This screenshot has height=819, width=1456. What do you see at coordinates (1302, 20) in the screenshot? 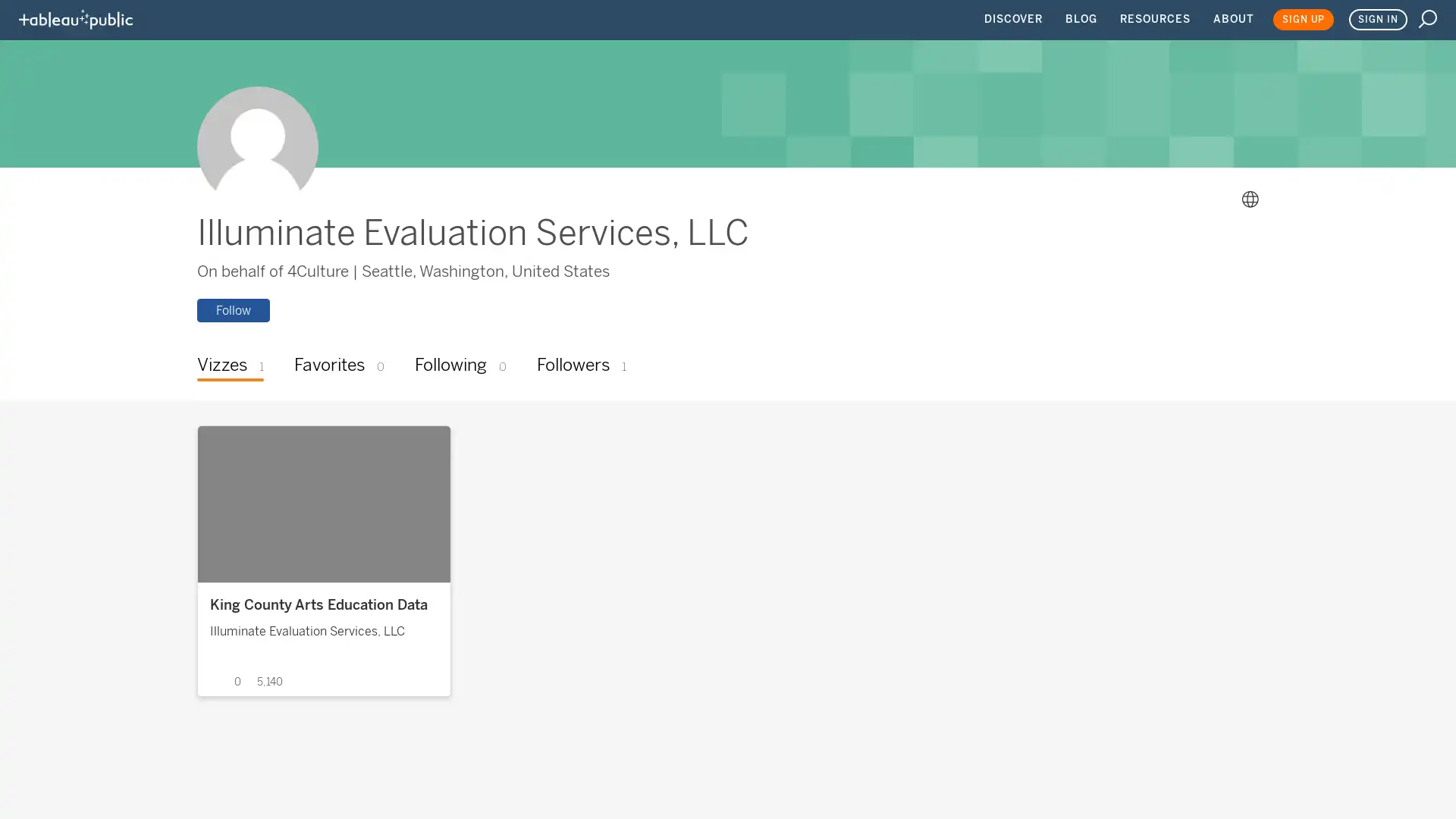
I see `SIGN UP` at bounding box center [1302, 20].